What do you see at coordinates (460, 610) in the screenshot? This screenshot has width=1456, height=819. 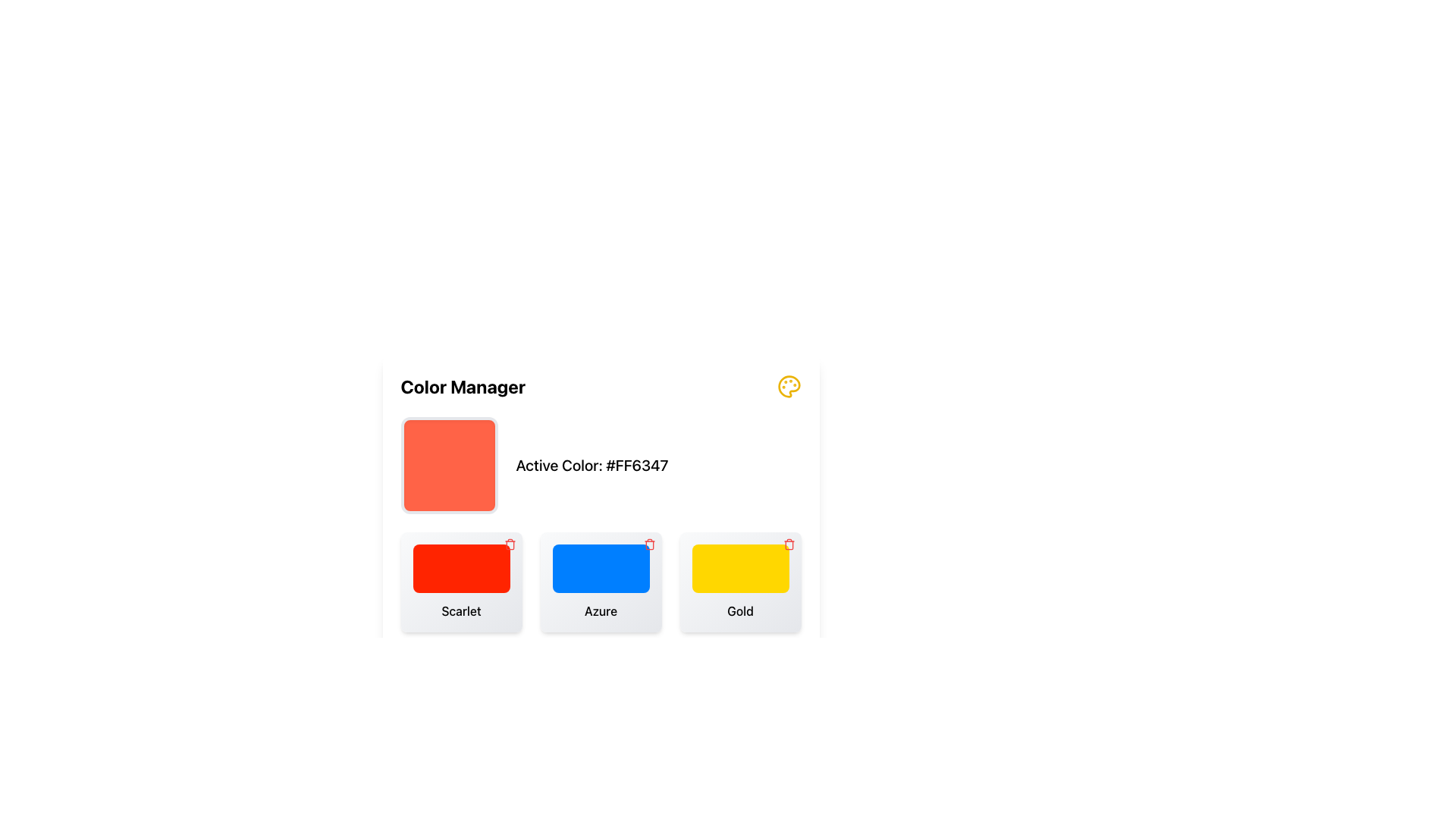 I see `the text element displaying 'Scarlet', which is centered below a red color block in a card-like layout` at bounding box center [460, 610].